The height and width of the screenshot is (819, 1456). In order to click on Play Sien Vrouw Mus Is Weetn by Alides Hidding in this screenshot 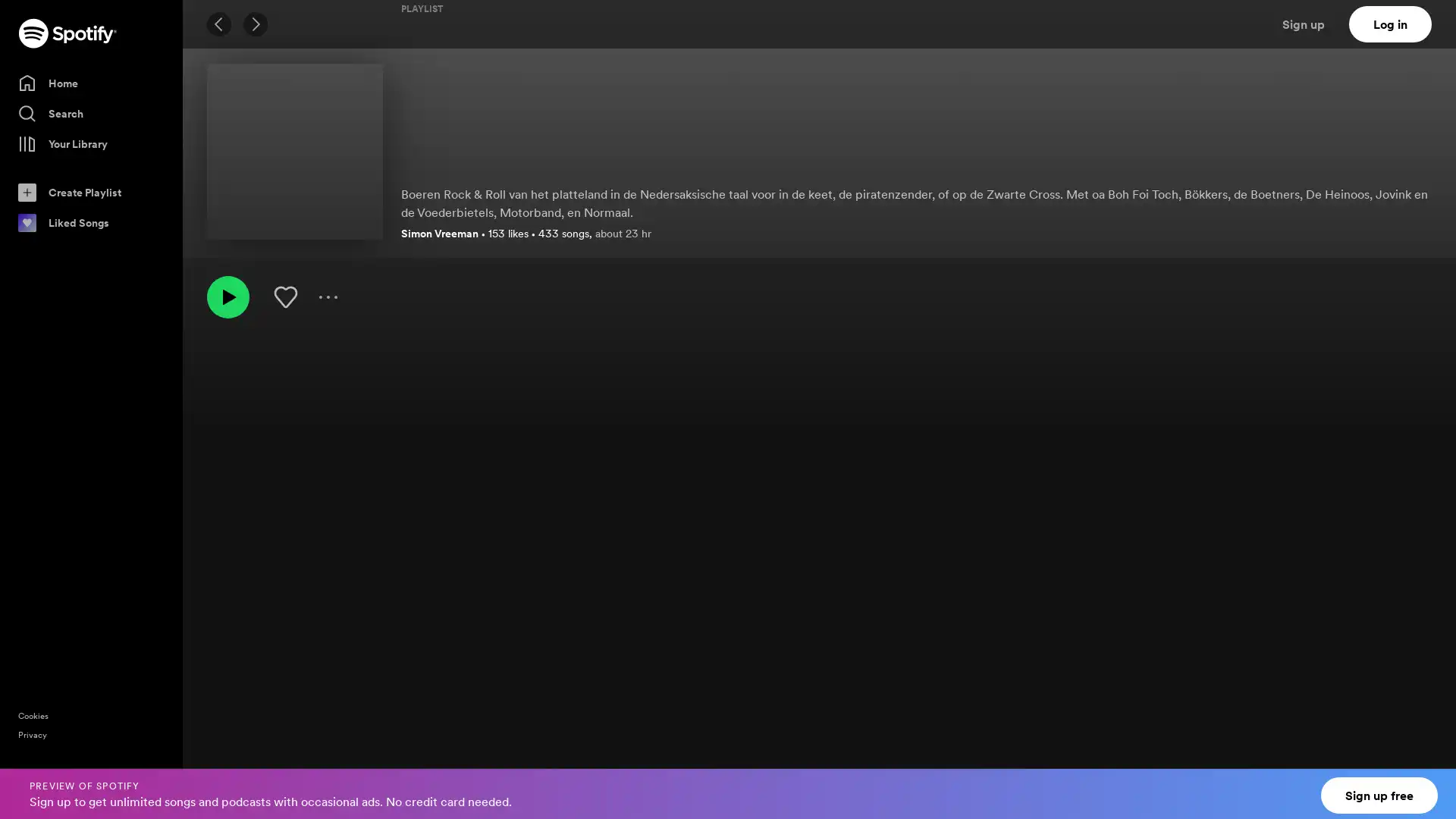, I will do `click(225, 397)`.